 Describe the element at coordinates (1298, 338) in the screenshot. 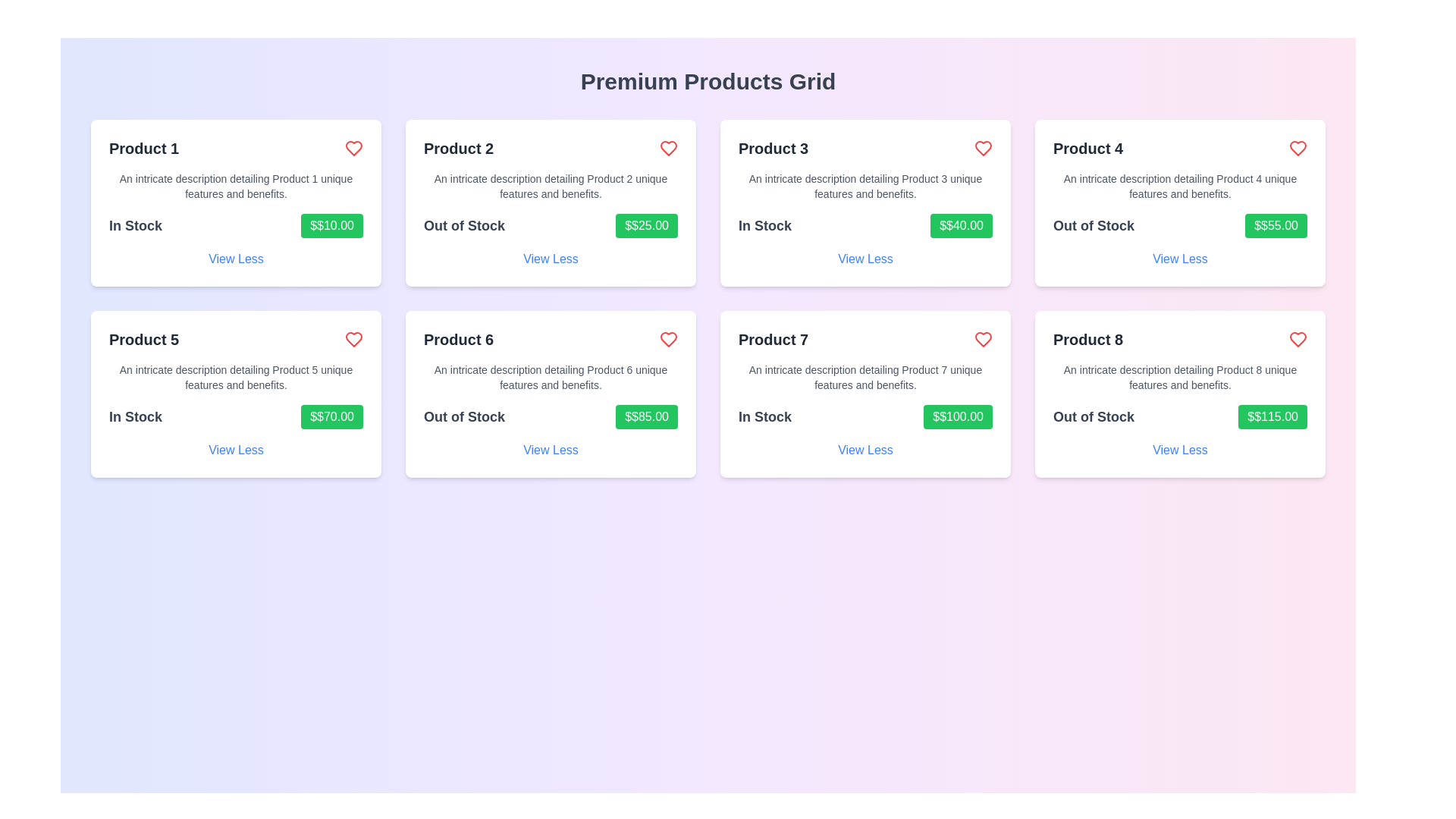

I see `the heart icon located at the top-right corner of the 'Product 8' card` at that location.